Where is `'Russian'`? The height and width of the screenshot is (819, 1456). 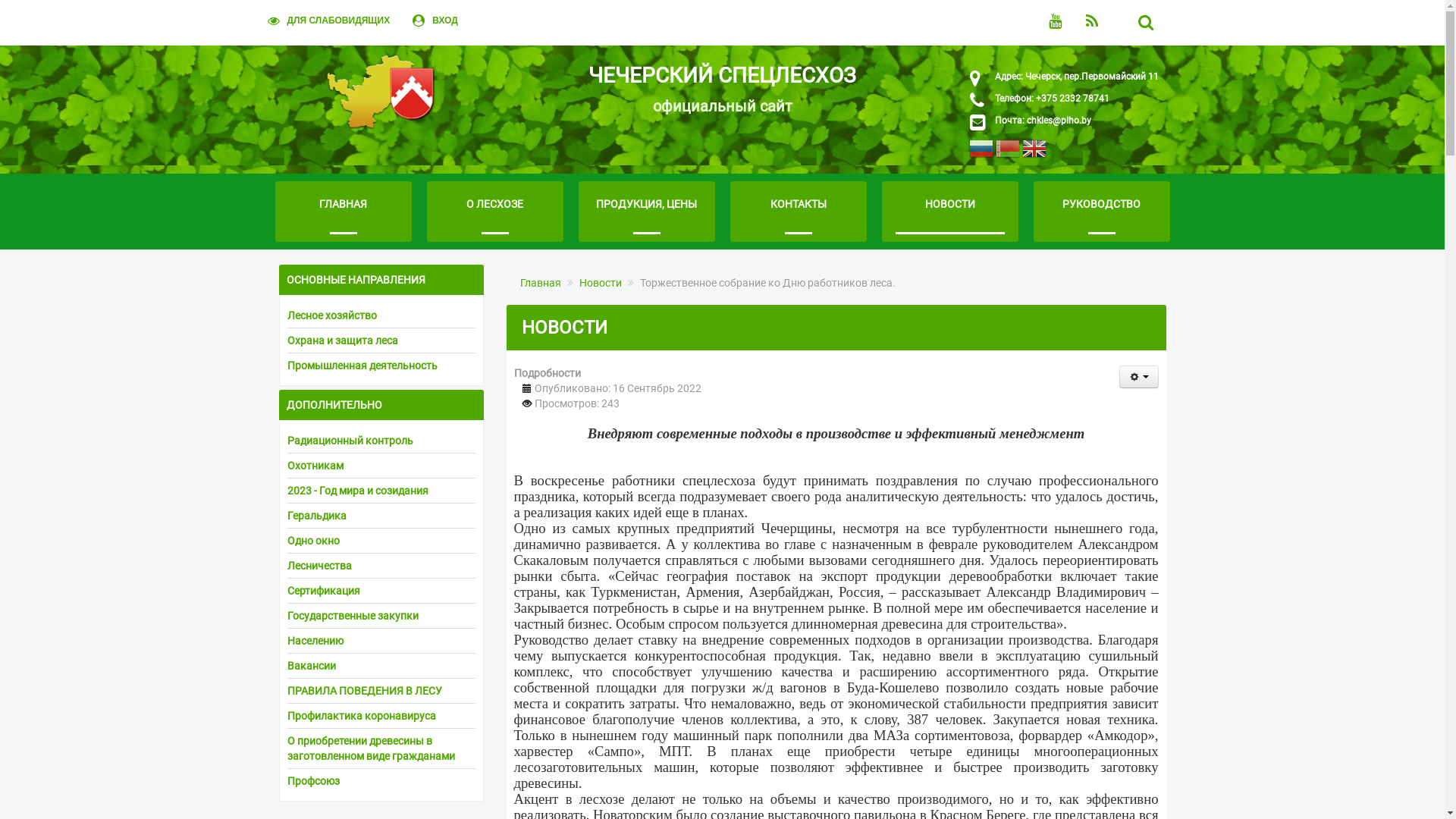 'Russian' is located at coordinates (981, 152).